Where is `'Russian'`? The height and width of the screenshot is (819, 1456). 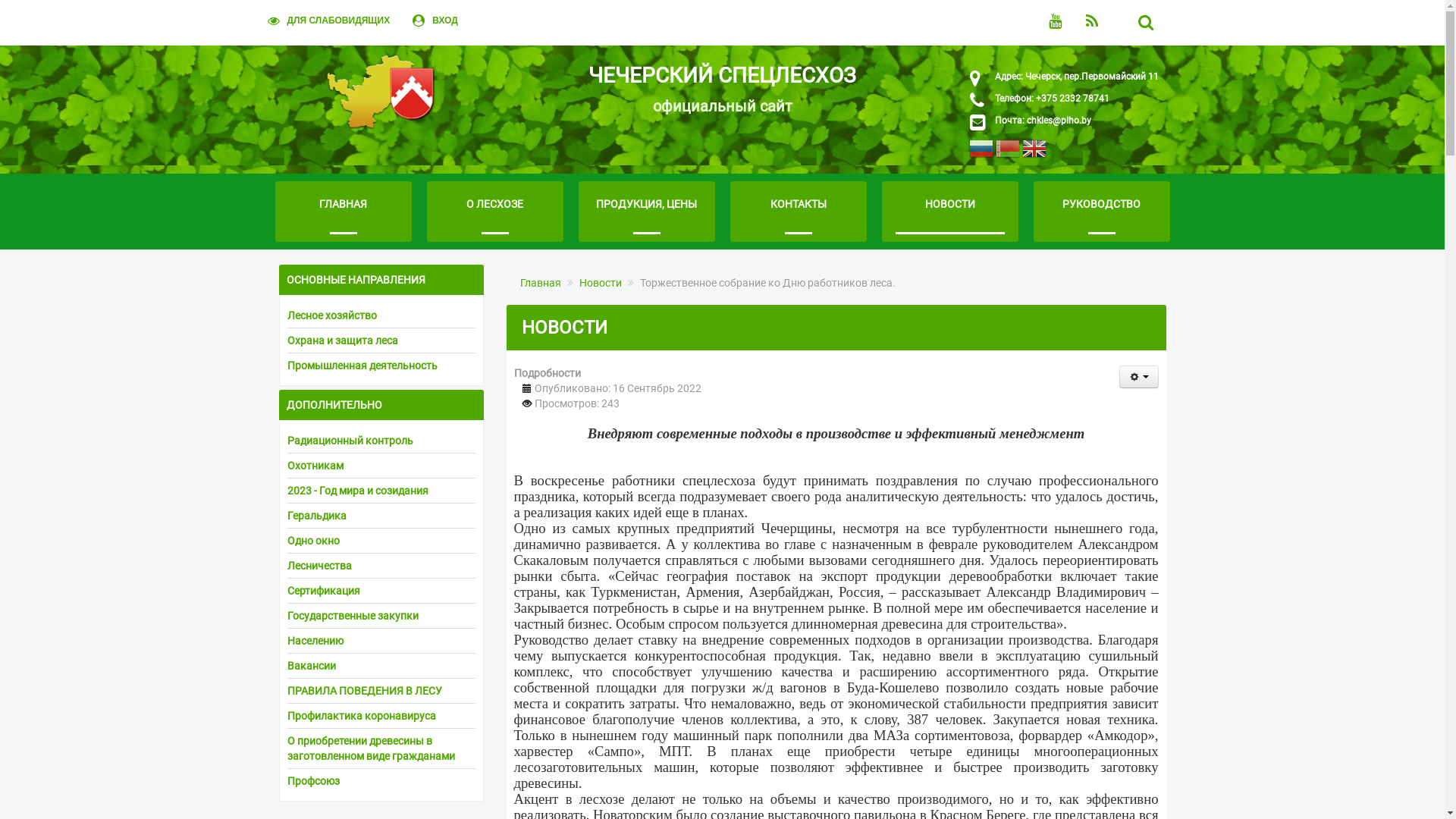 'Russian' is located at coordinates (981, 152).